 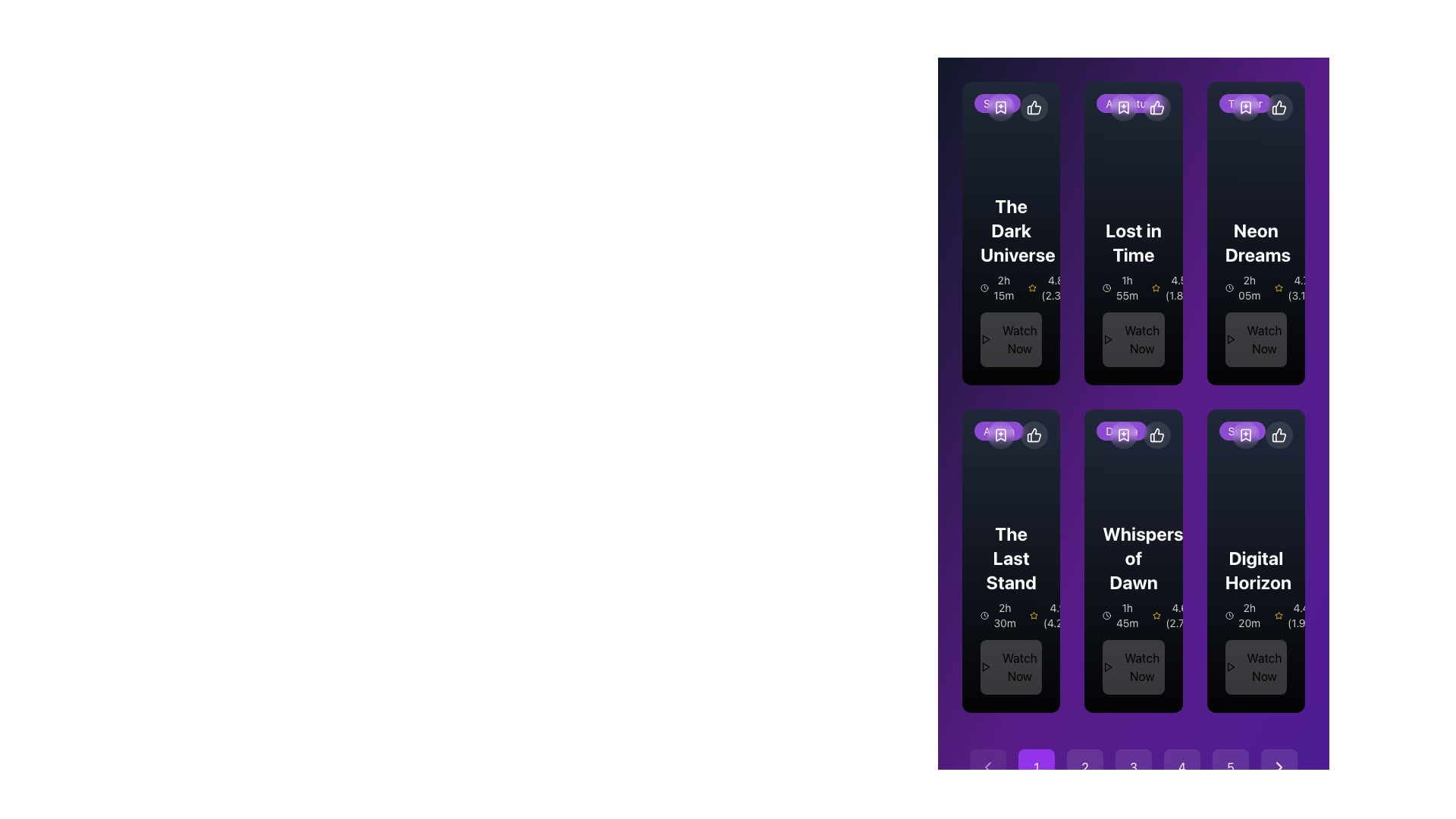 I want to click on the 'like' icon located inside a small, circular button at the top-right corner of the card for 'The Last Stand', in the second row and first column of the grid layout, so click(x=1034, y=435).